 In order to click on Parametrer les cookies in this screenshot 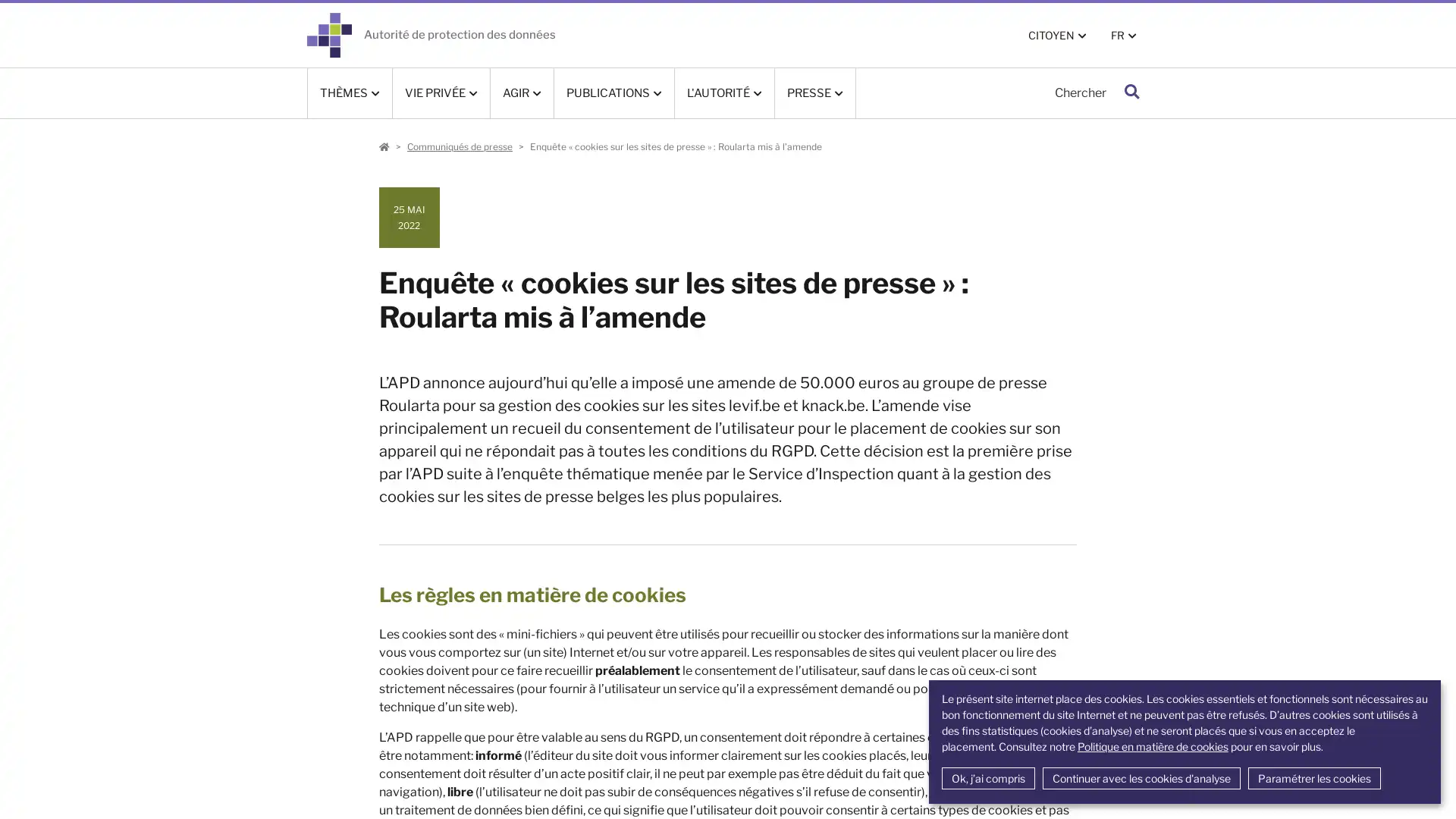, I will do `click(1313, 778)`.